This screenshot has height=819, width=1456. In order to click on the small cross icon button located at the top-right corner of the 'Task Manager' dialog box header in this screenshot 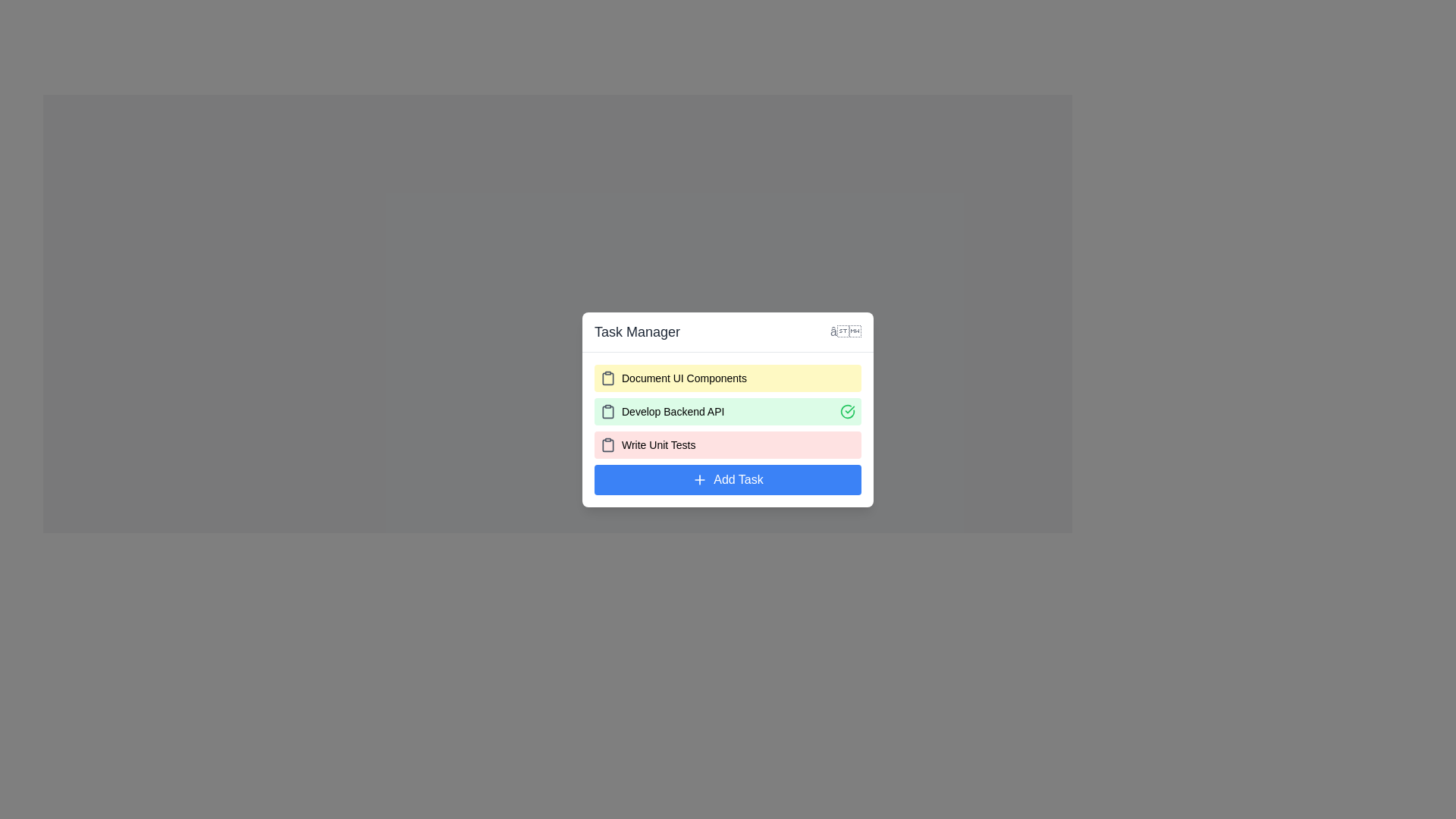, I will do `click(845, 331)`.